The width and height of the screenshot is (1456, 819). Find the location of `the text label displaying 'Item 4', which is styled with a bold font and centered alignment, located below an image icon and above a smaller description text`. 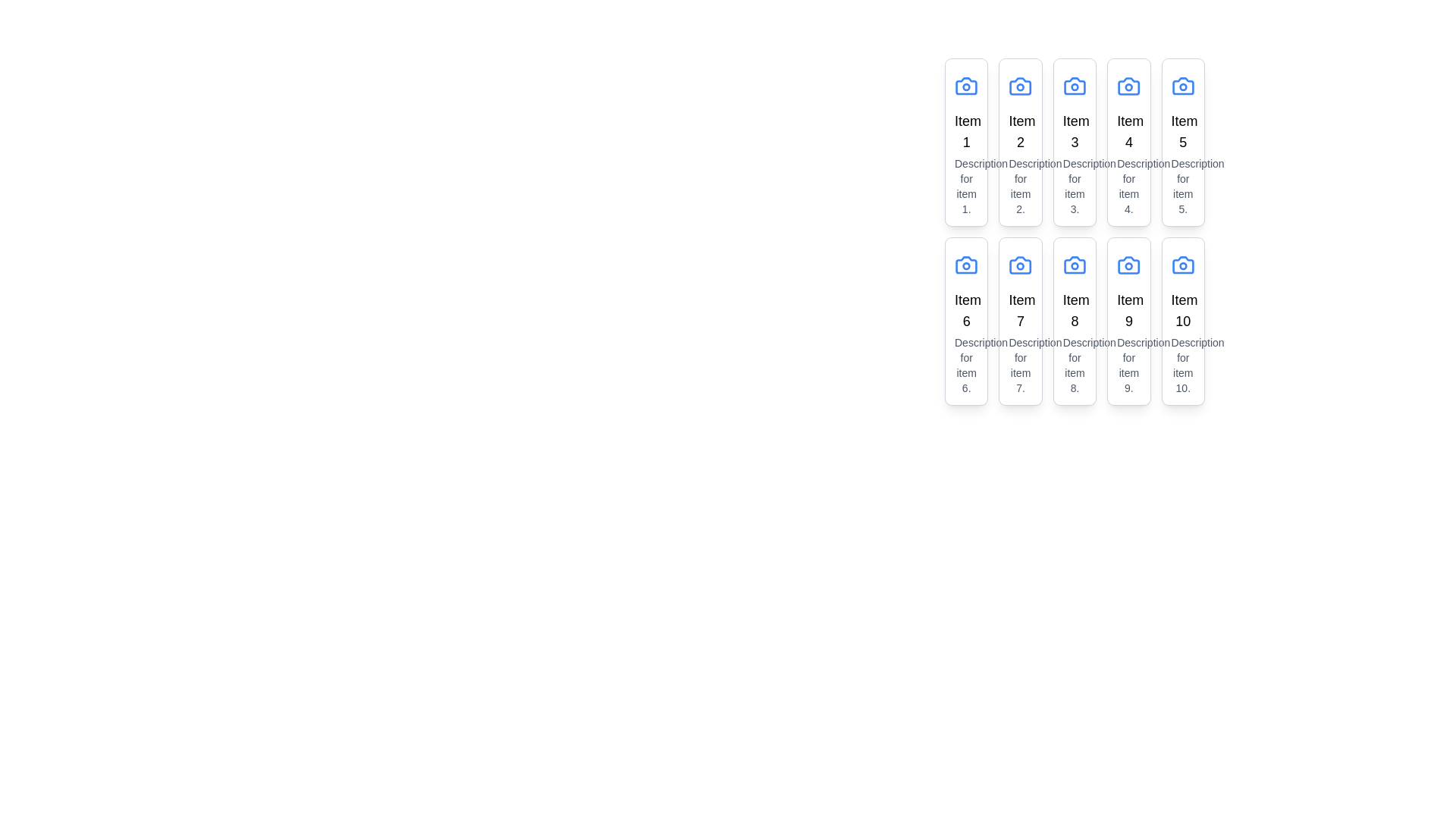

the text label displaying 'Item 4', which is styled with a bold font and centered alignment, located below an image icon and above a smaller description text is located at coordinates (1128, 130).